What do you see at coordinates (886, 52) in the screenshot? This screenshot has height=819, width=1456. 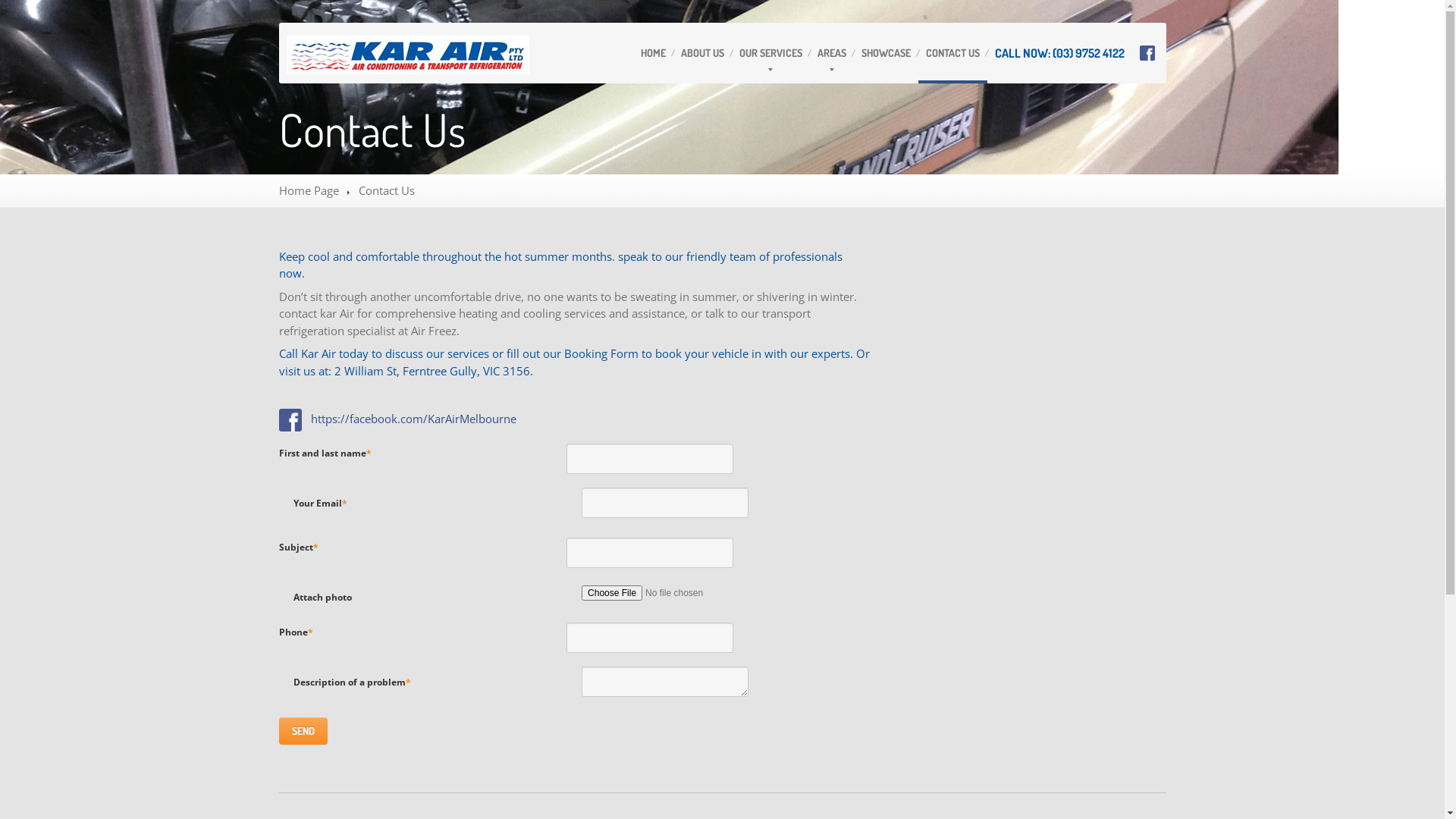 I see `'SHOWCASE'` at bounding box center [886, 52].